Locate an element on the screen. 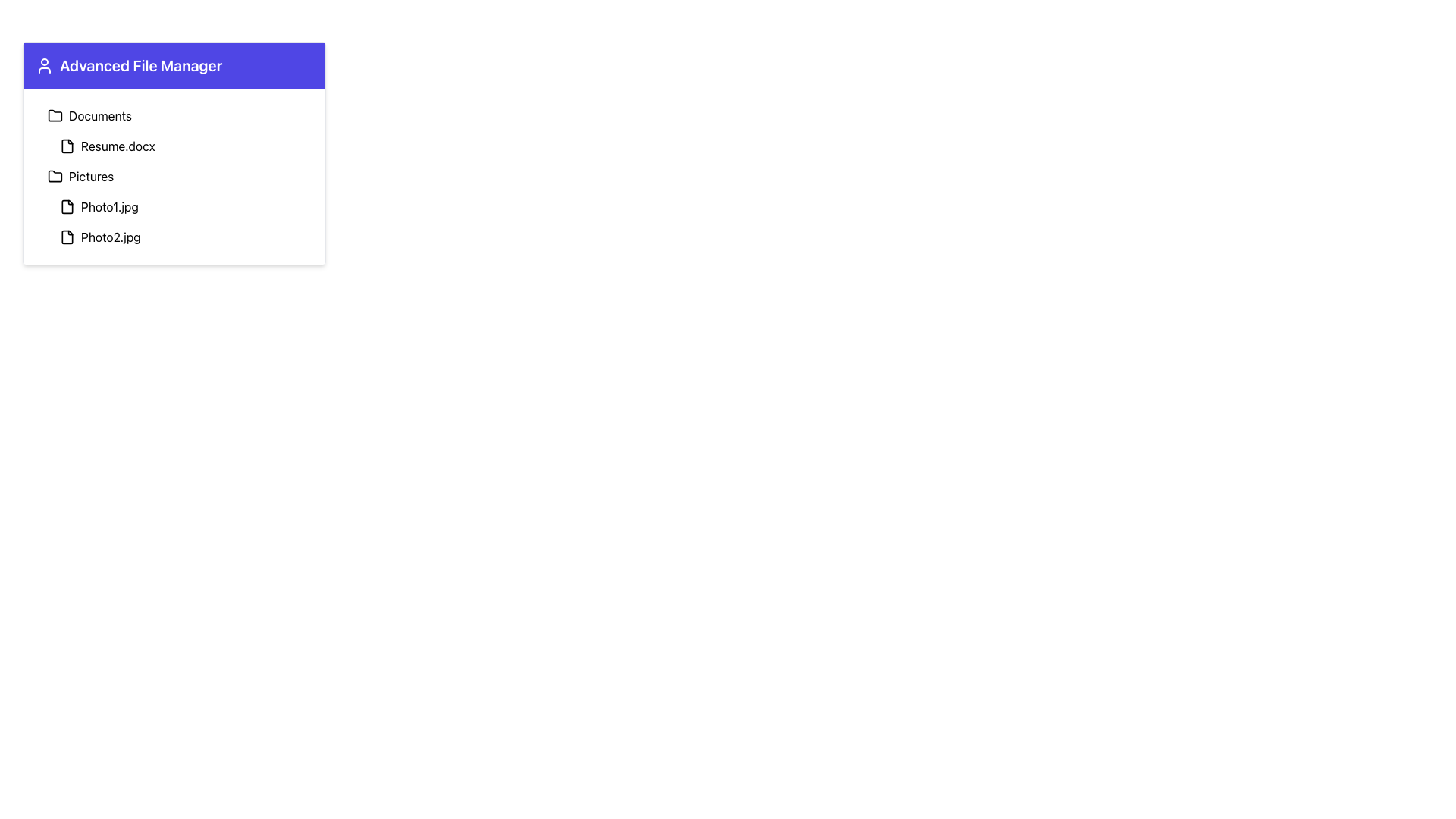 This screenshot has width=1456, height=819. the second folder icon under the 'Advanced File Manager' panel, which is styled with a black outline and simplistic design is located at coordinates (55, 174).